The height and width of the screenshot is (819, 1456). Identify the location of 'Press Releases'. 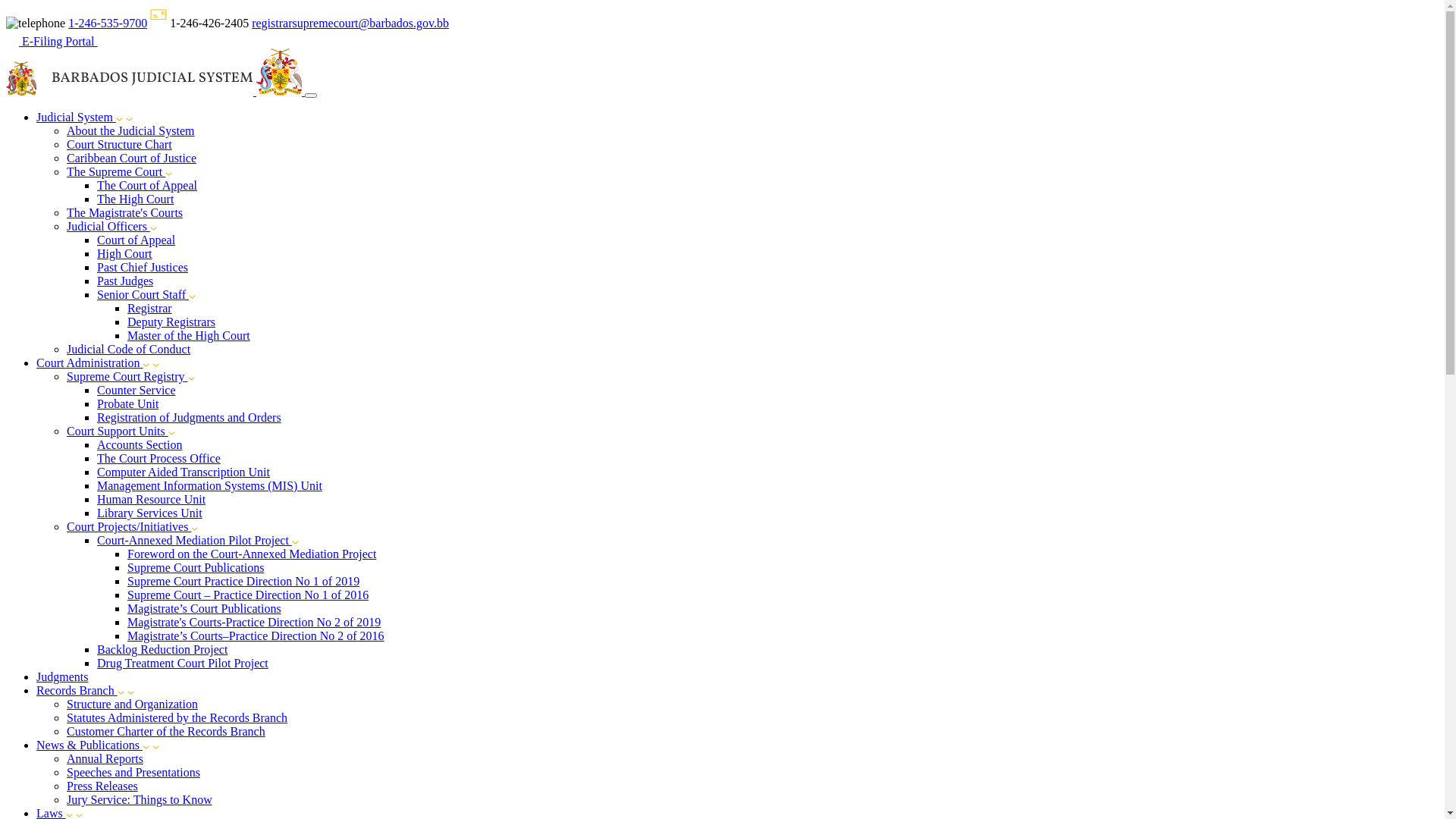
(101, 785).